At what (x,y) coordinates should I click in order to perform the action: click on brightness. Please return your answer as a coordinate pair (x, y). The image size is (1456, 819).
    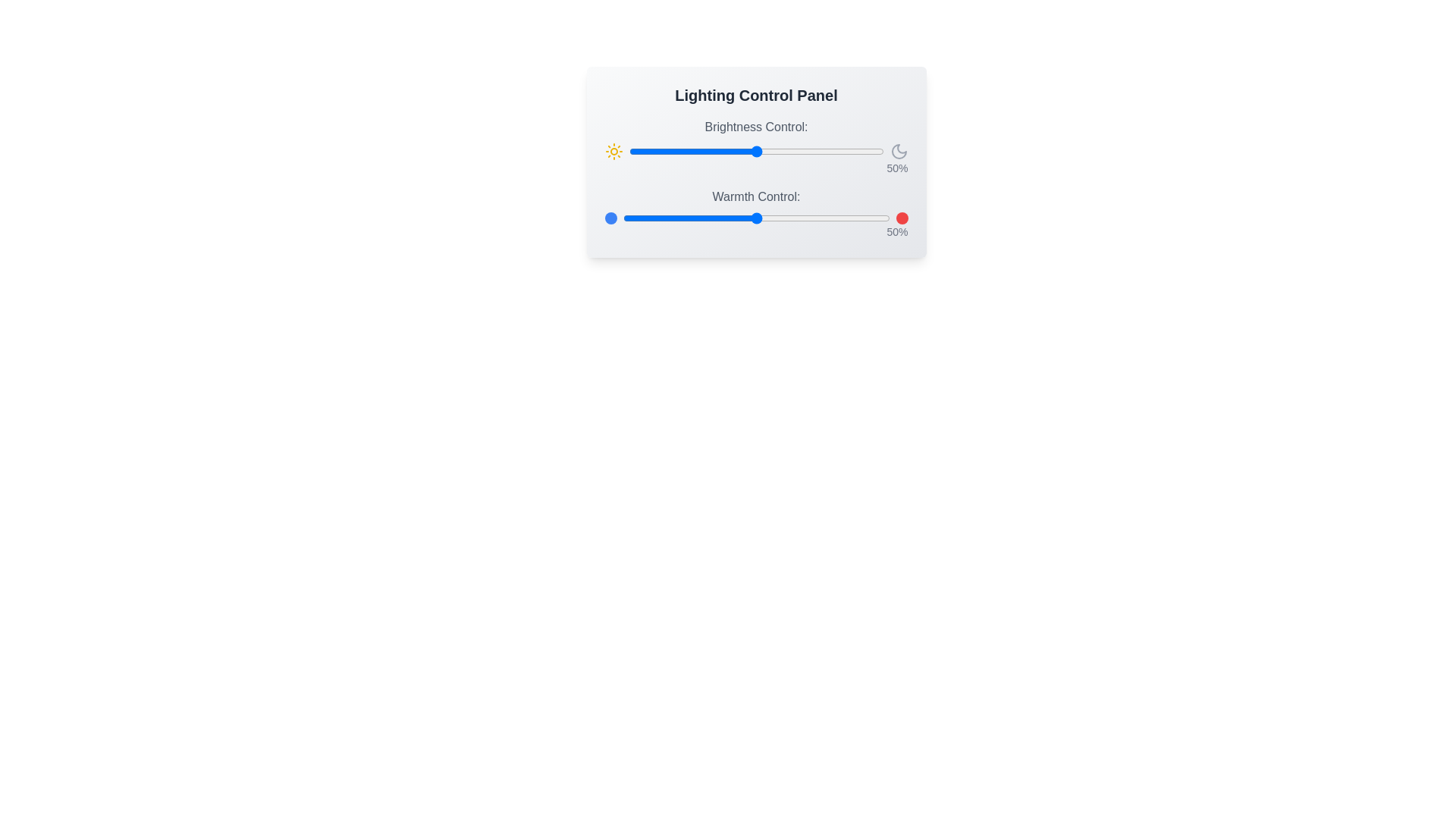
    Looking at the image, I should click on (855, 152).